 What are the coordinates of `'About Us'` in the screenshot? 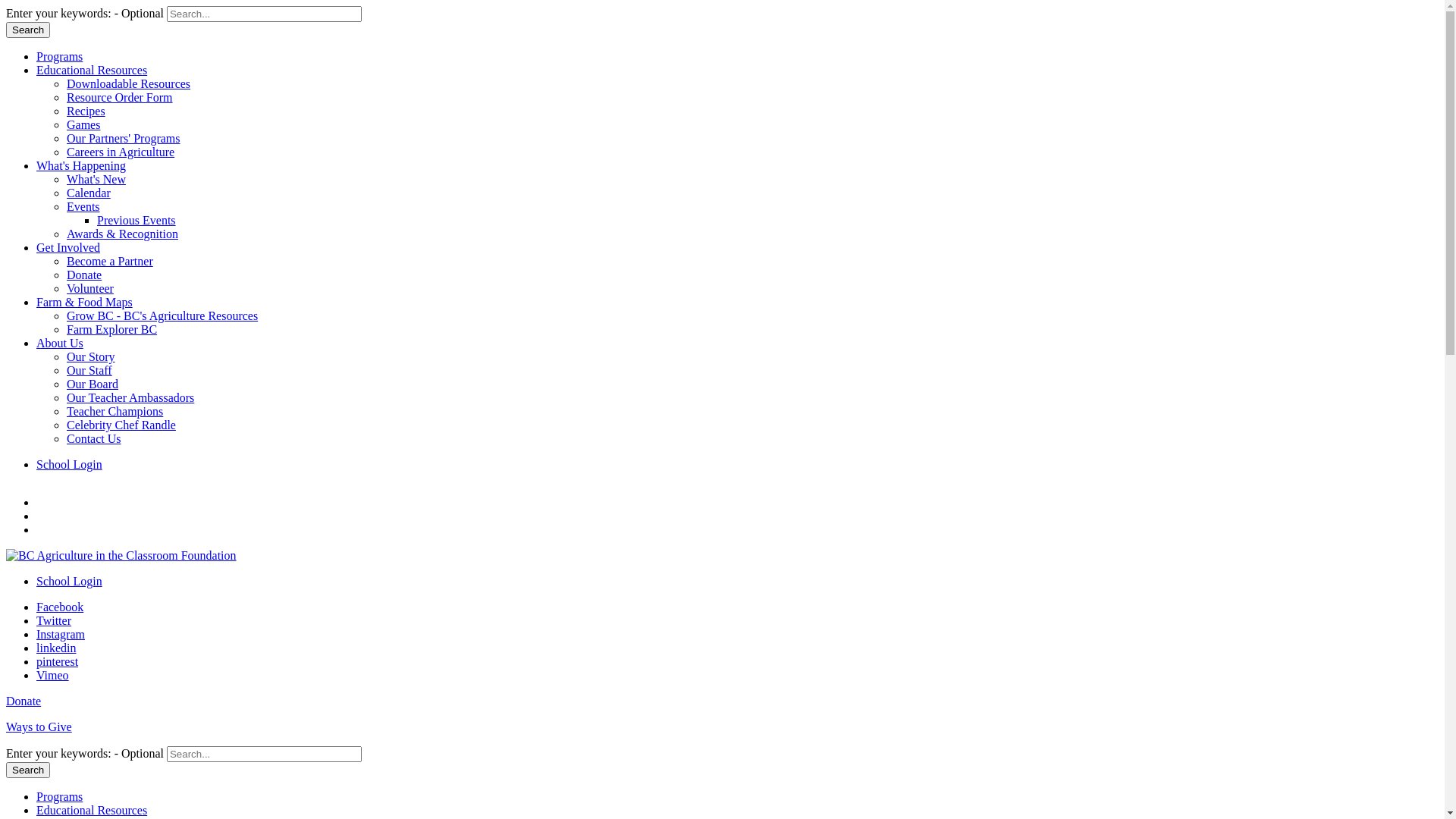 It's located at (59, 343).